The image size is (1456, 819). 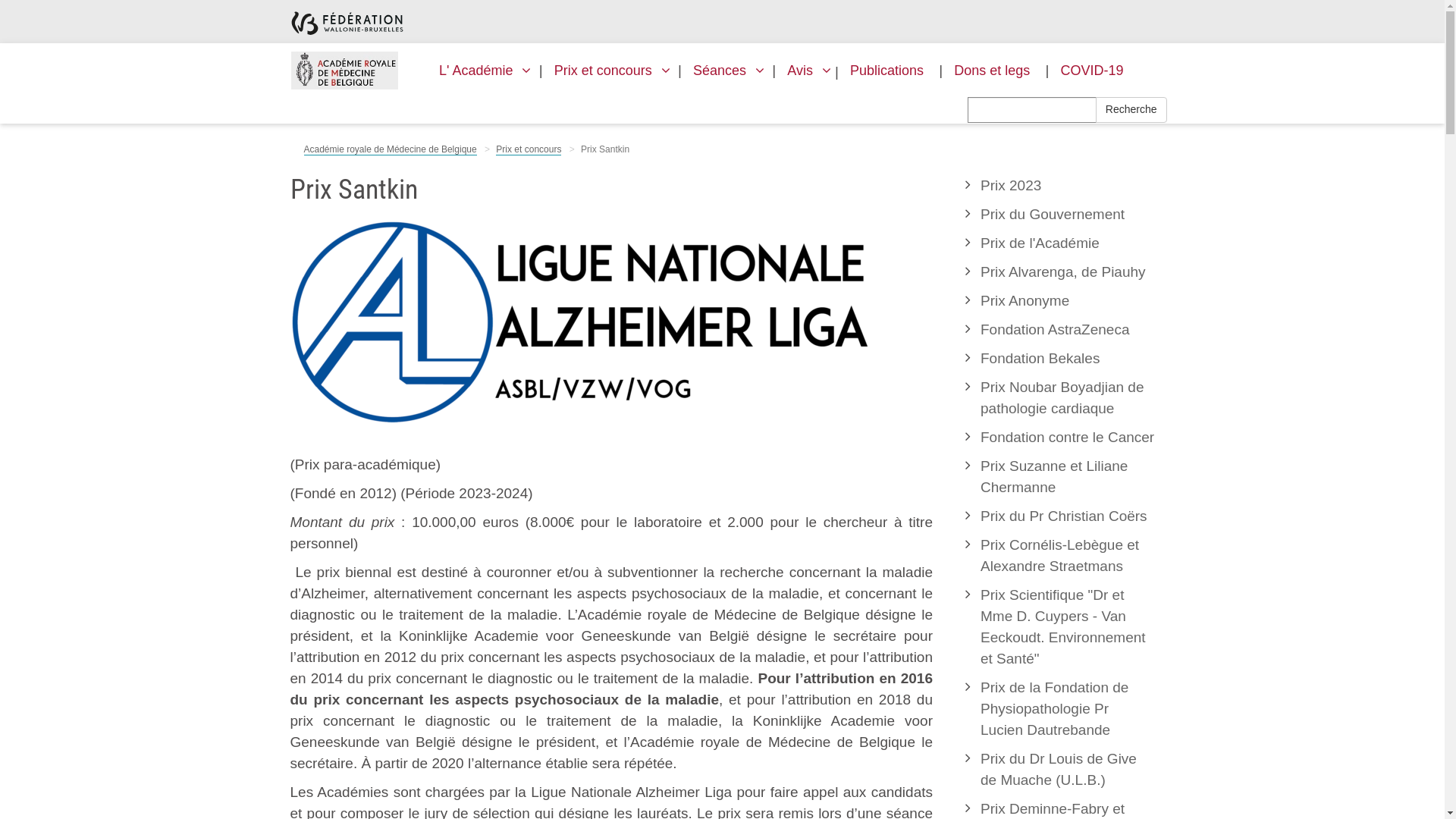 What do you see at coordinates (1047, 70) in the screenshot?
I see `'COVID-19'` at bounding box center [1047, 70].